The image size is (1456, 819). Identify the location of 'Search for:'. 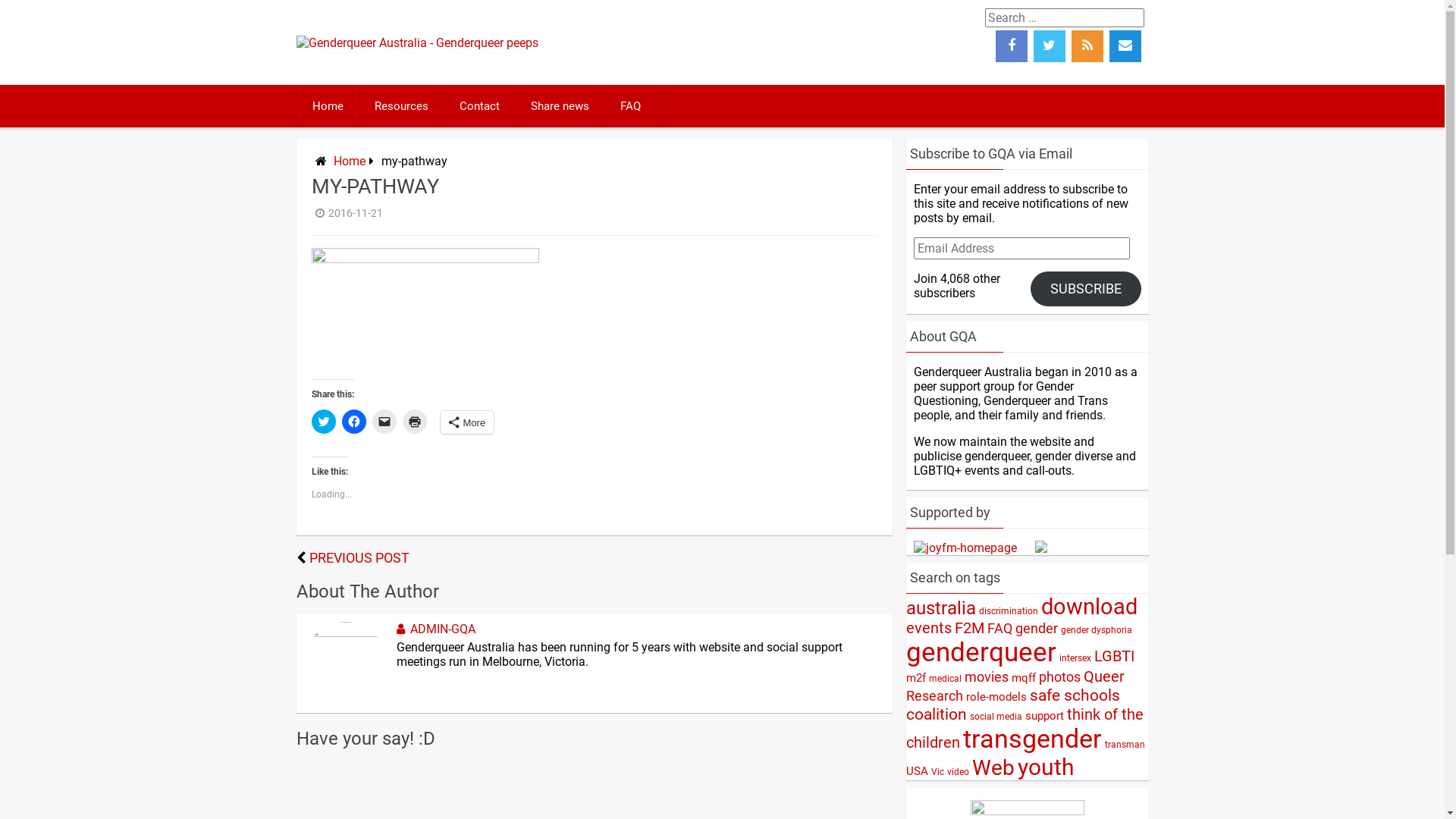
(985, 17).